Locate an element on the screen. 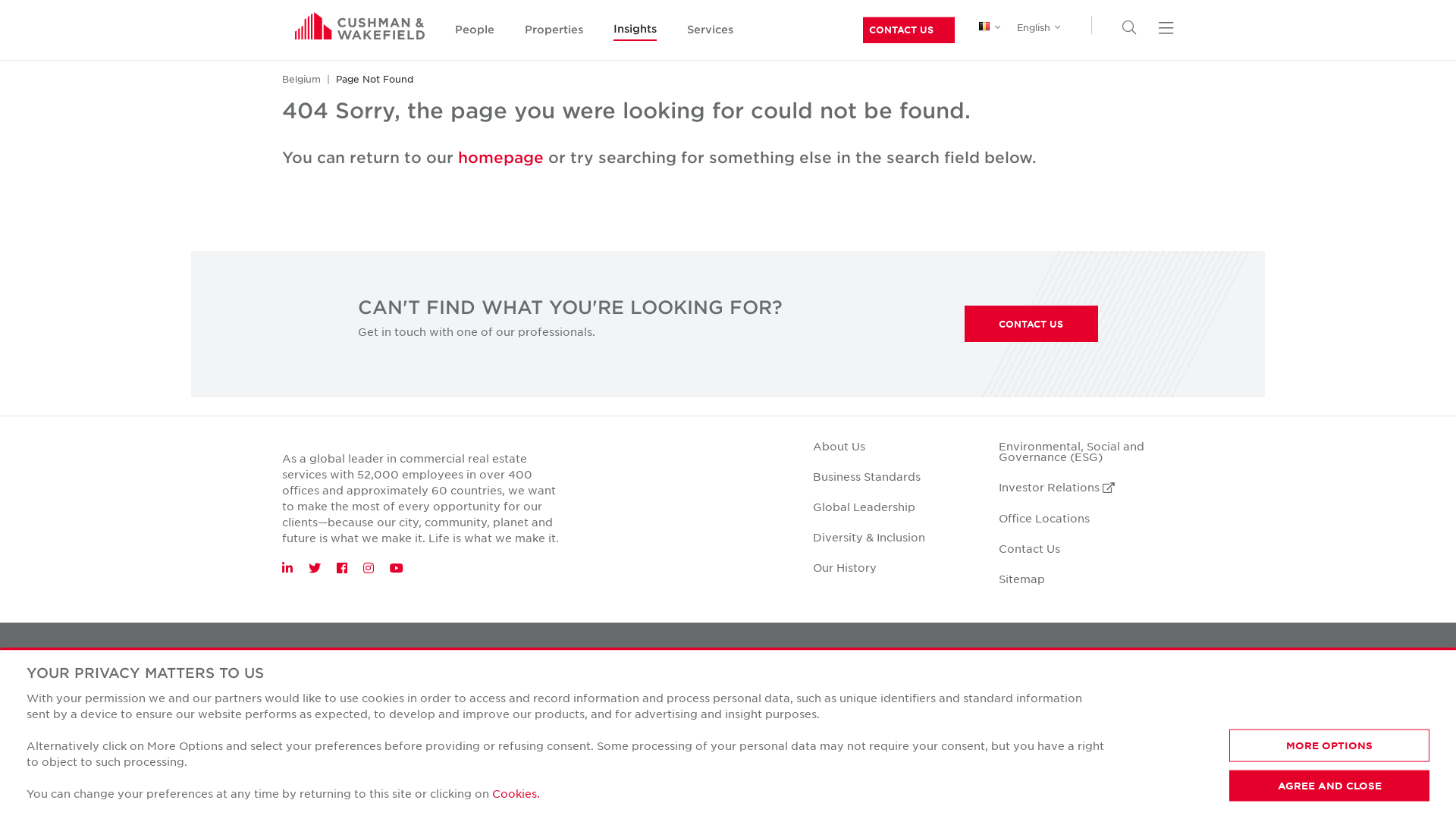 Image resolution: width=1456 pixels, height=819 pixels. 'Our History' is located at coordinates (843, 567).